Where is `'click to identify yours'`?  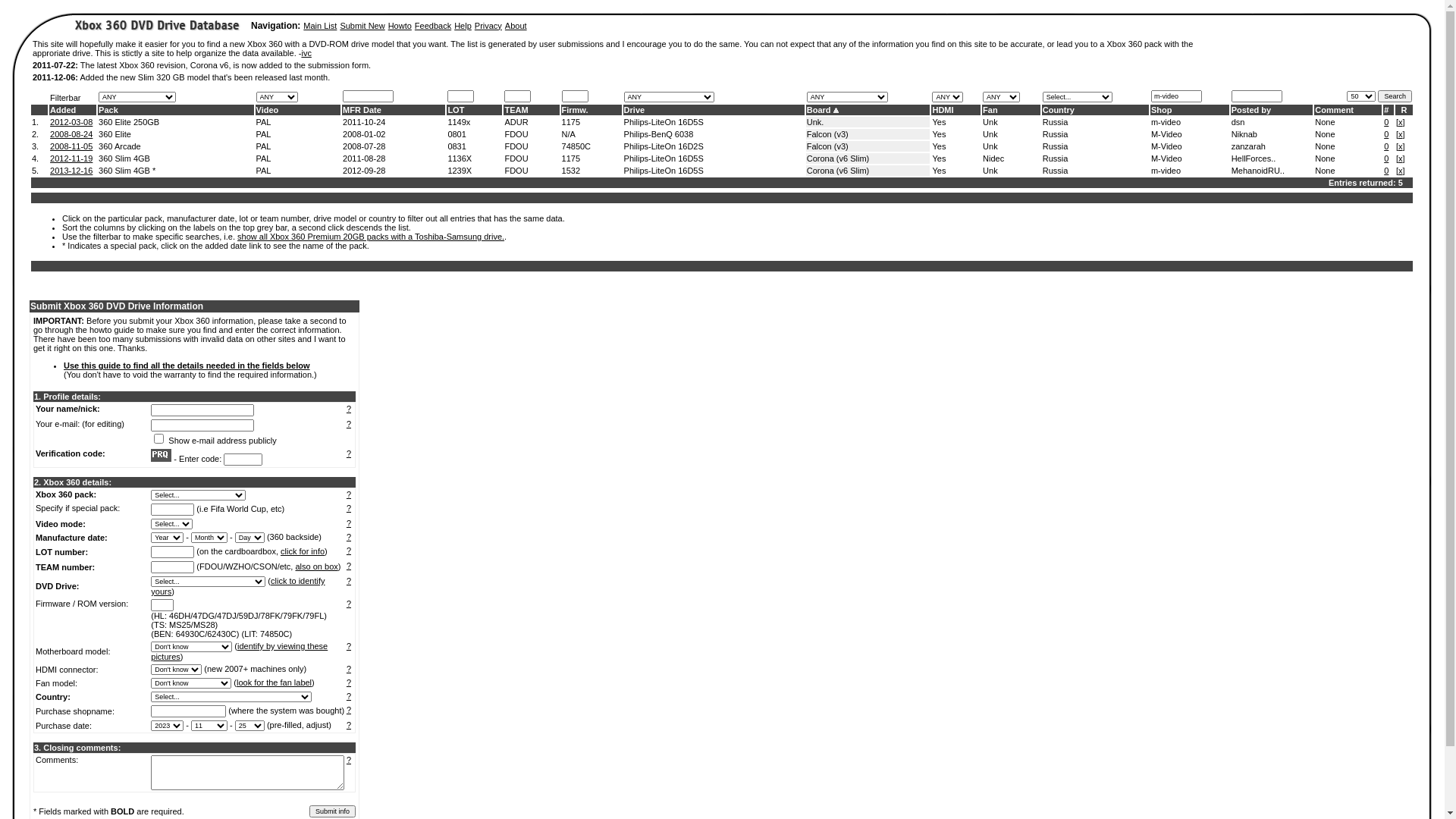
'click to identify yours' is located at coordinates (237, 585).